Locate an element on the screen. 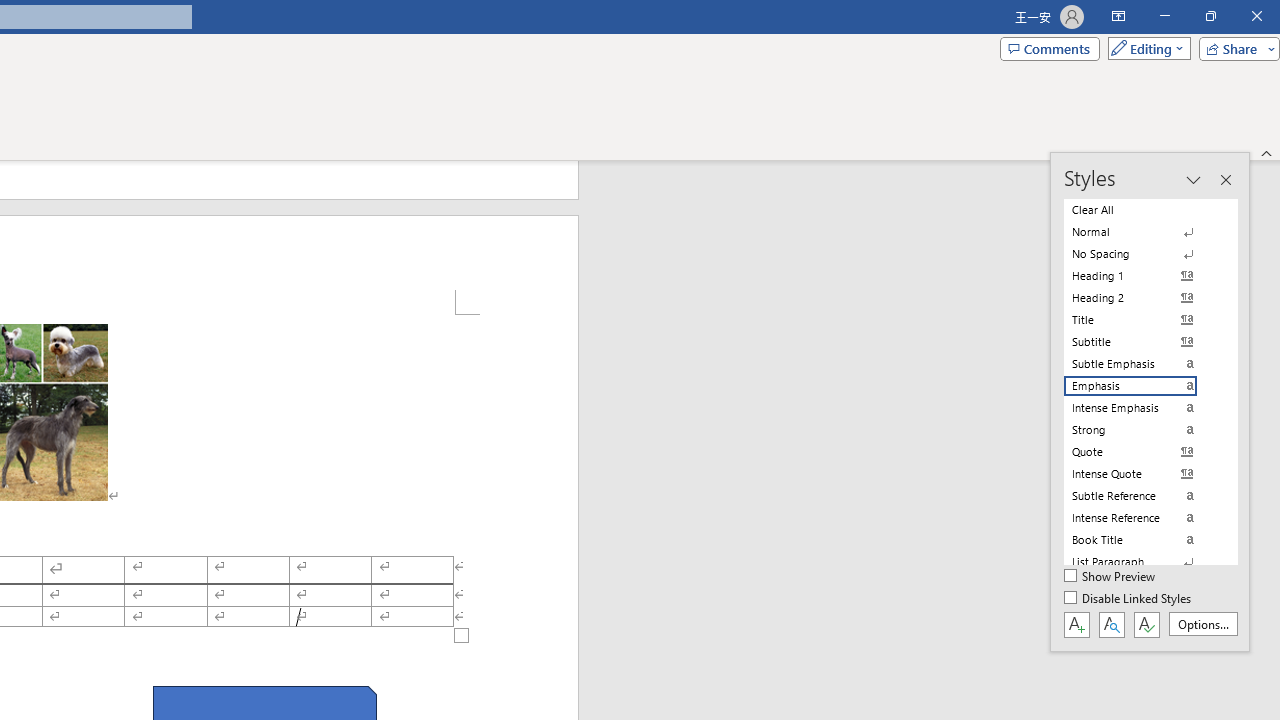 The height and width of the screenshot is (720, 1280). 'Subtle Reference' is located at coordinates (1142, 495).